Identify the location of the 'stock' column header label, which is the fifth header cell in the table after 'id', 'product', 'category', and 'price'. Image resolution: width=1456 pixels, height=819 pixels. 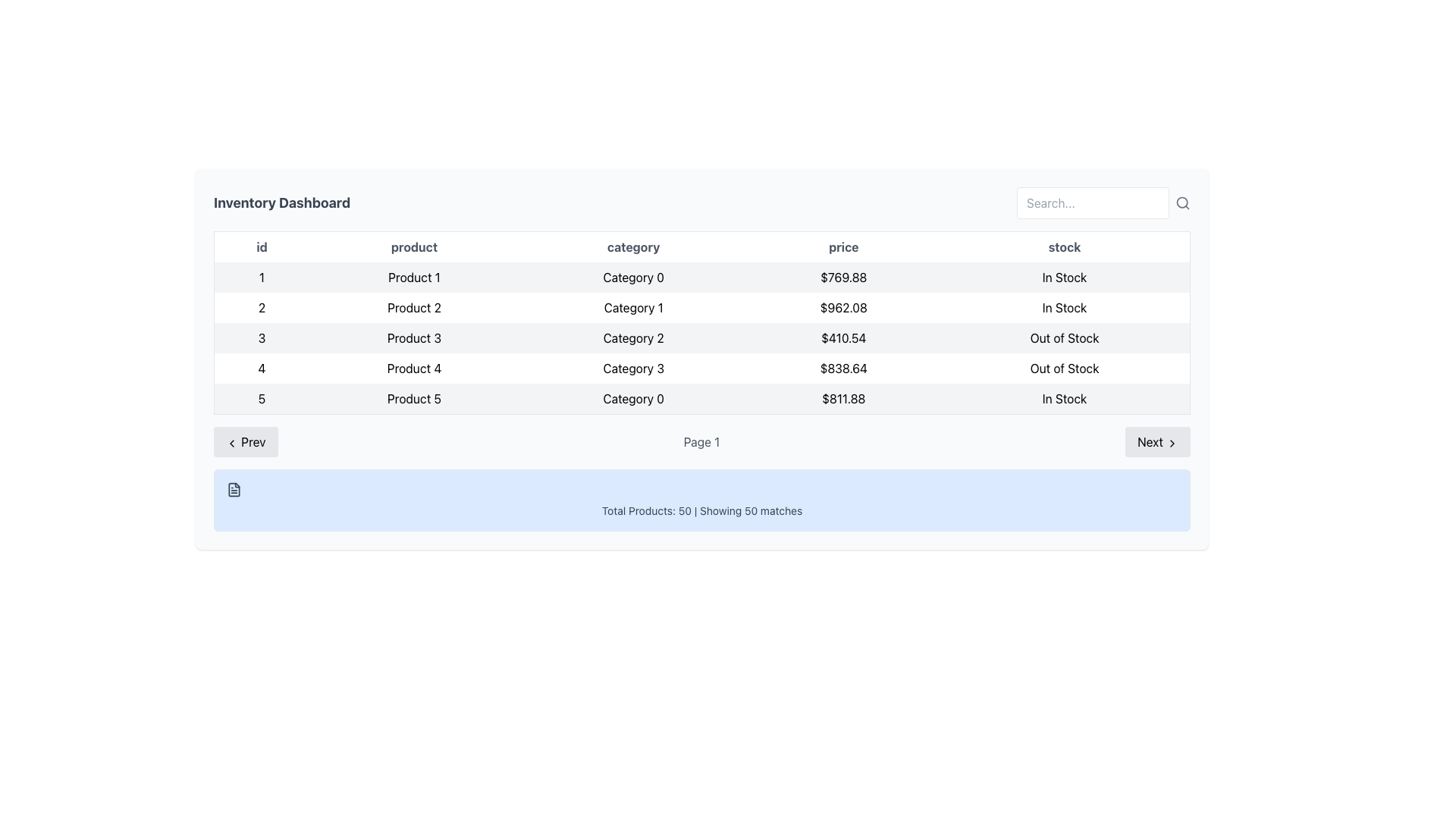
(1064, 246).